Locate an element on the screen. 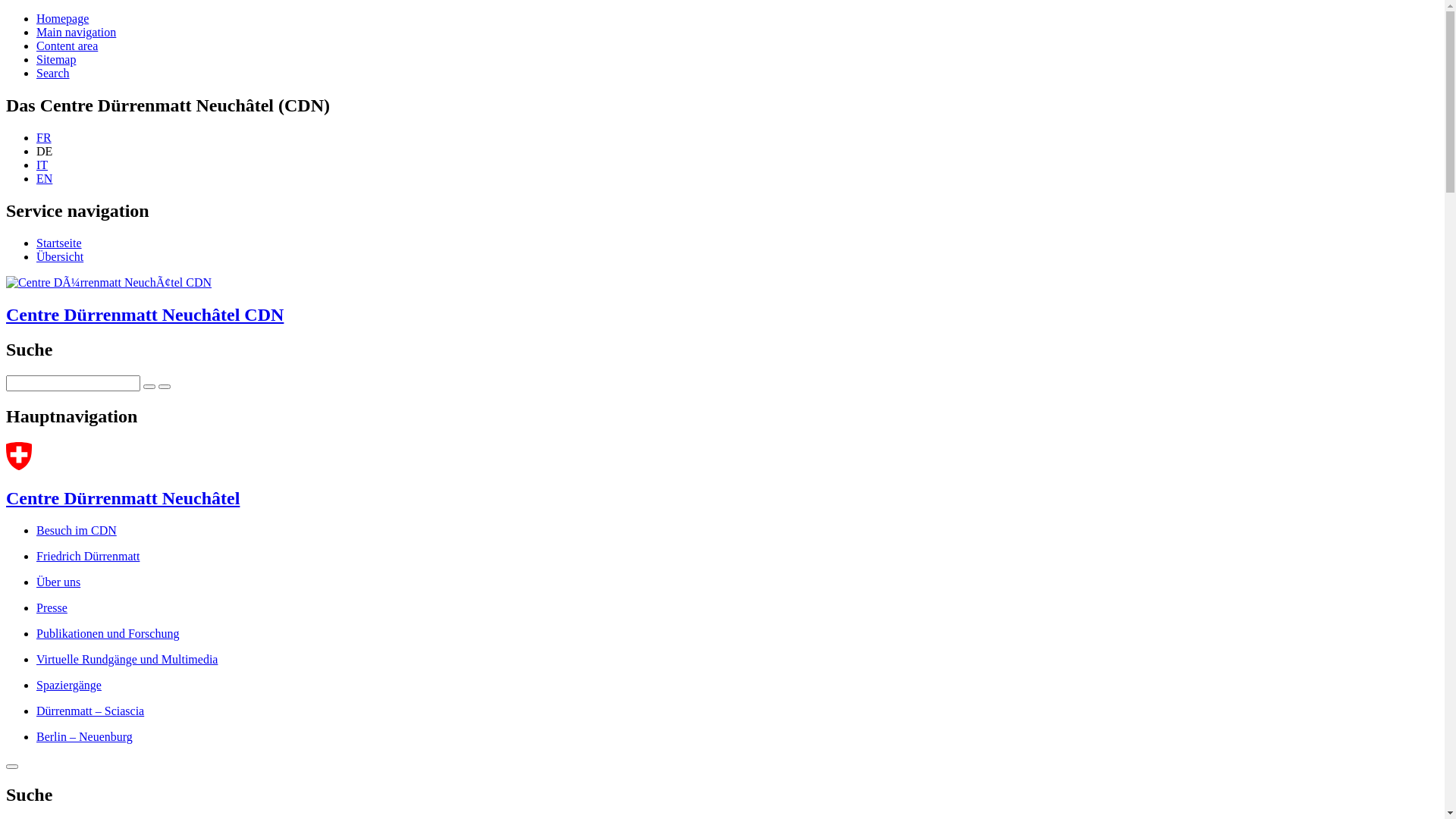  'Publikationen und Forschung' is located at coordinates (36, 633).